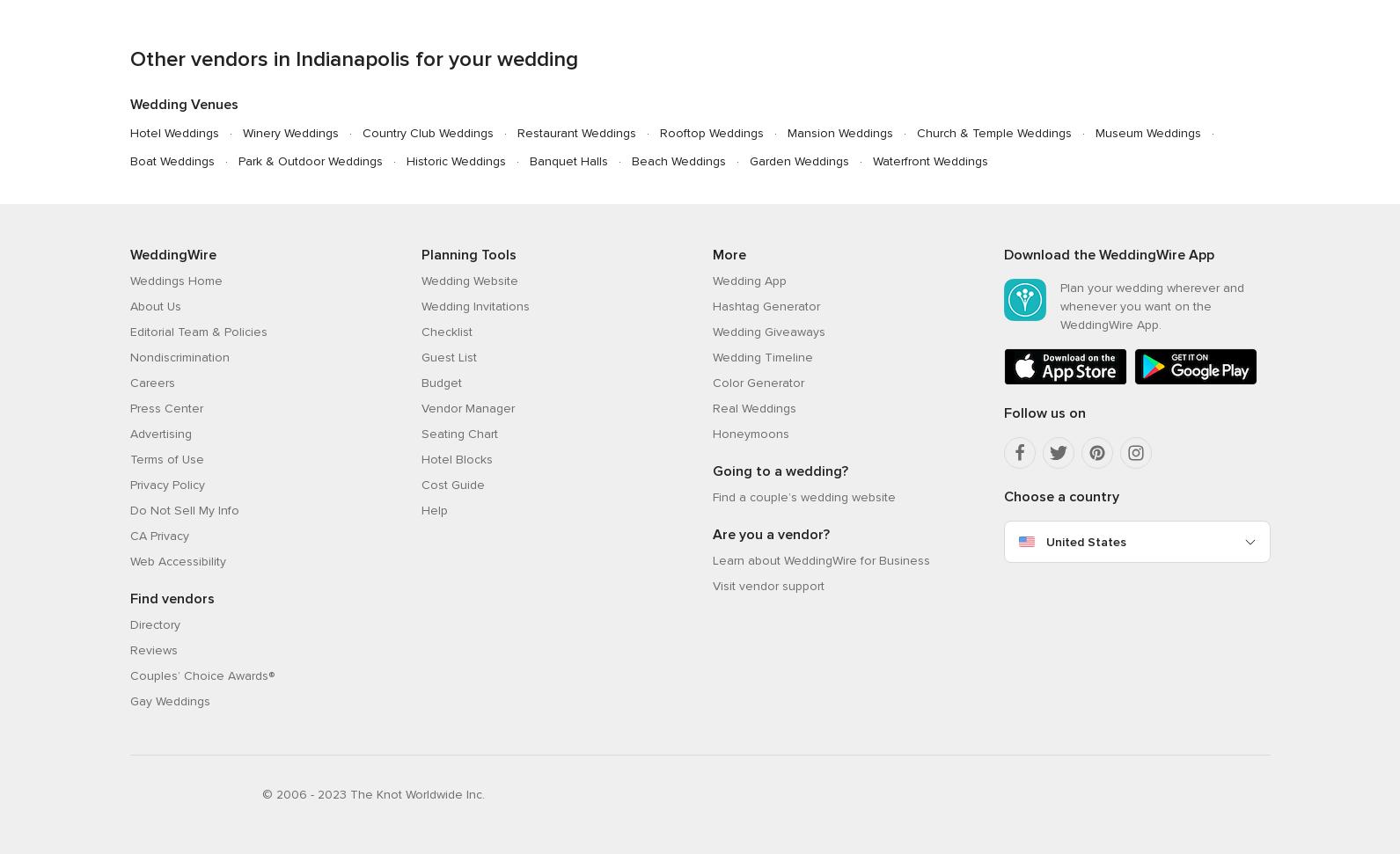  Describe the element at coordinates (150, 382) in the screenshot. I see `'Careers'` at that location.